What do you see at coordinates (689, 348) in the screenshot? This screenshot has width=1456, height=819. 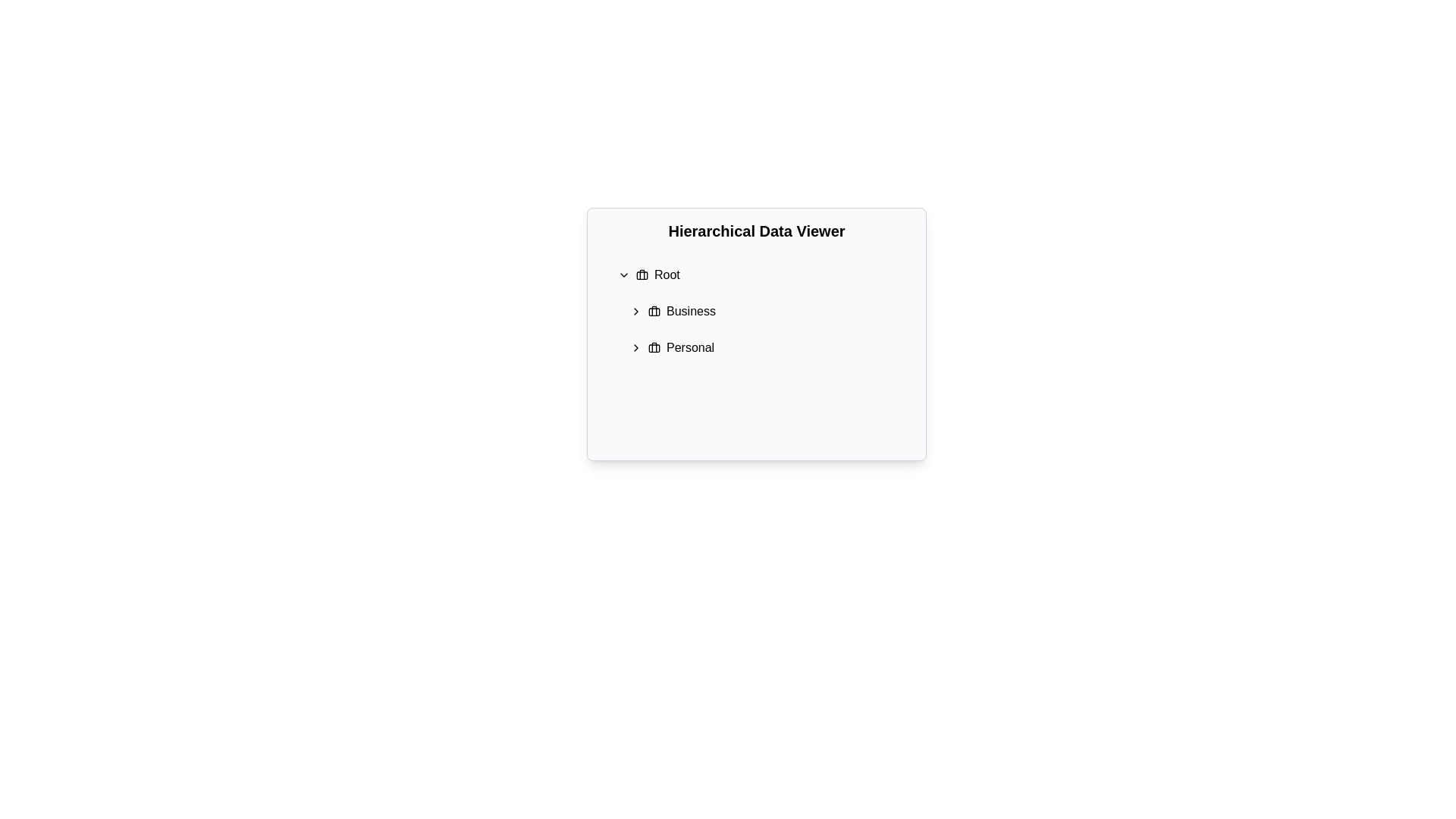 I see `the text label reading 'Personal', which is in a structured hierarchical menu below the 'Business' item and to the right of a briefcase icon` at bounding box center [689, 348].